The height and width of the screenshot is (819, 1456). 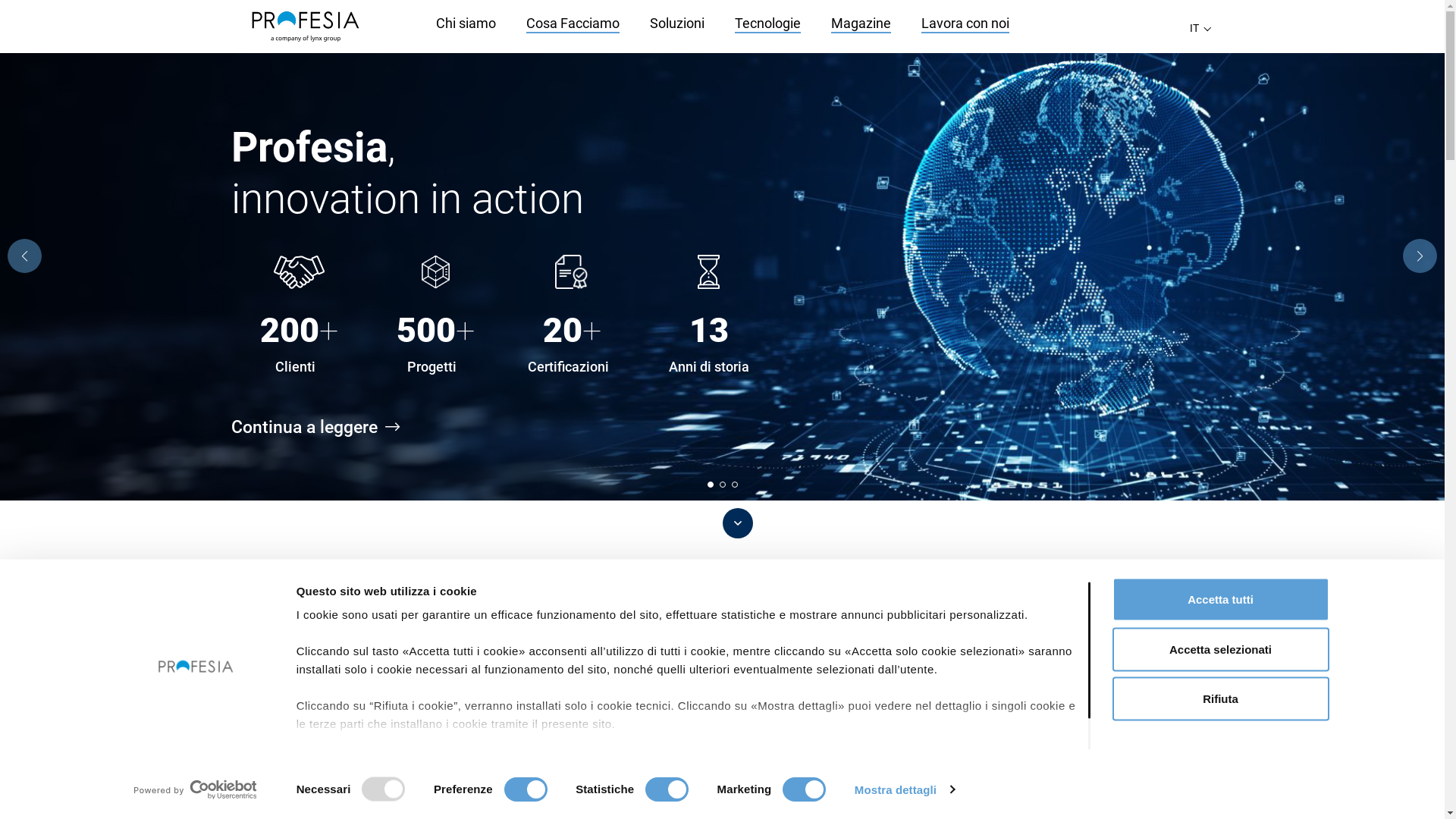 What do you see at coordinates (676, 23) in the screenshot?
I see `'Soluzioni'` at bounding box center [676, 23].